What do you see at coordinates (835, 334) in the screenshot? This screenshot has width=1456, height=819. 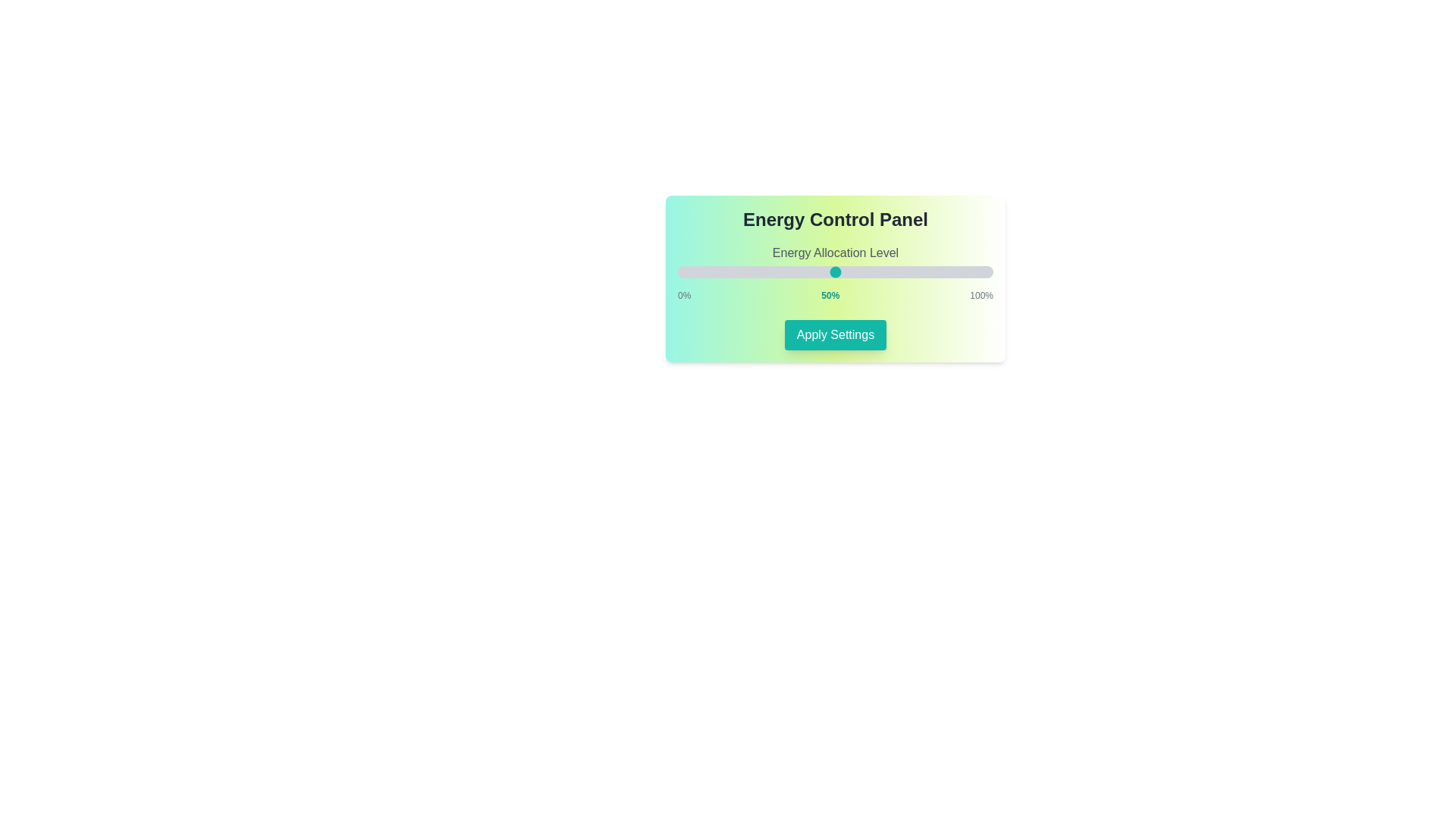 I see `the 'Apply Settings' button` at bounding box center [835, 334].